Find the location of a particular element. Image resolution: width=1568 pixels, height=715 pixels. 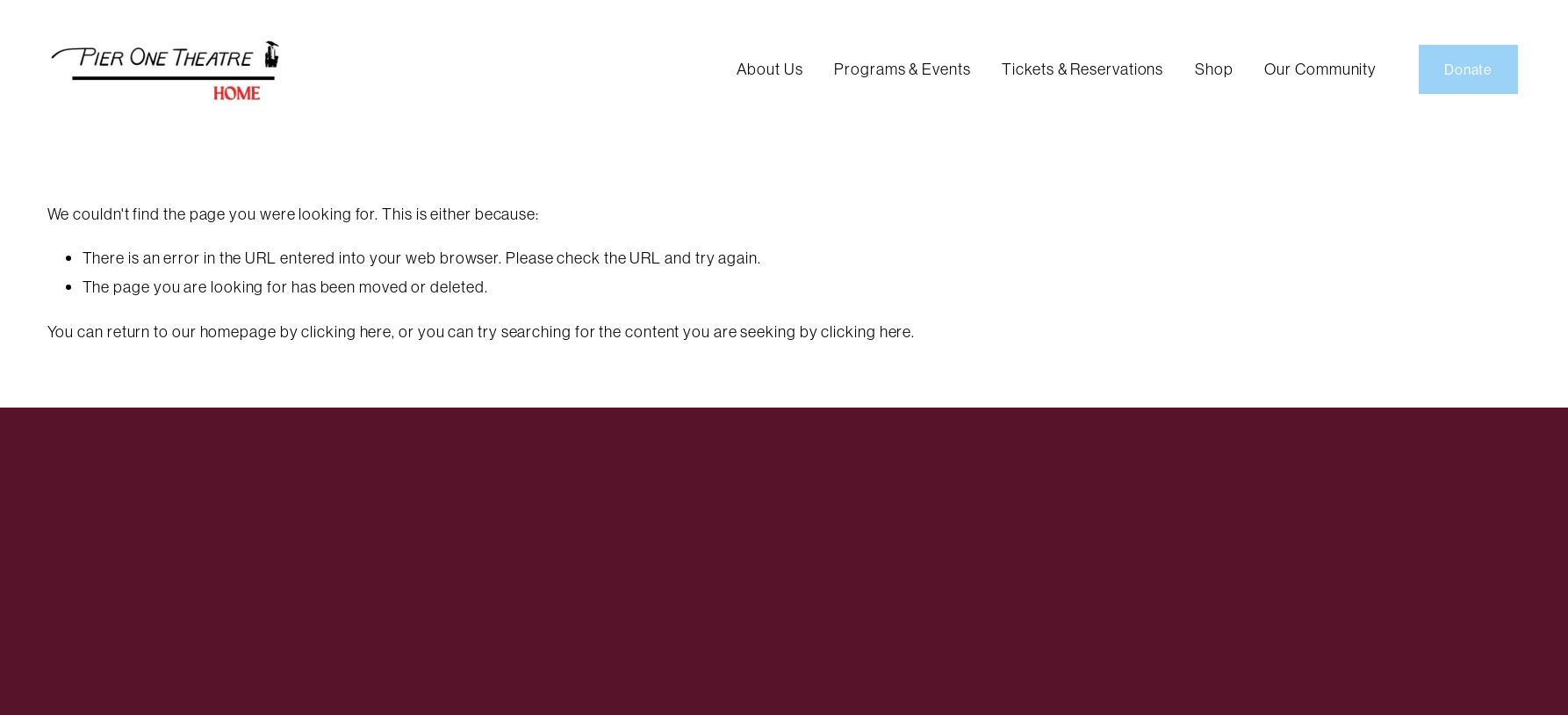

'Volunteer On Stage & Off' is located at coordinates (1286, 104).